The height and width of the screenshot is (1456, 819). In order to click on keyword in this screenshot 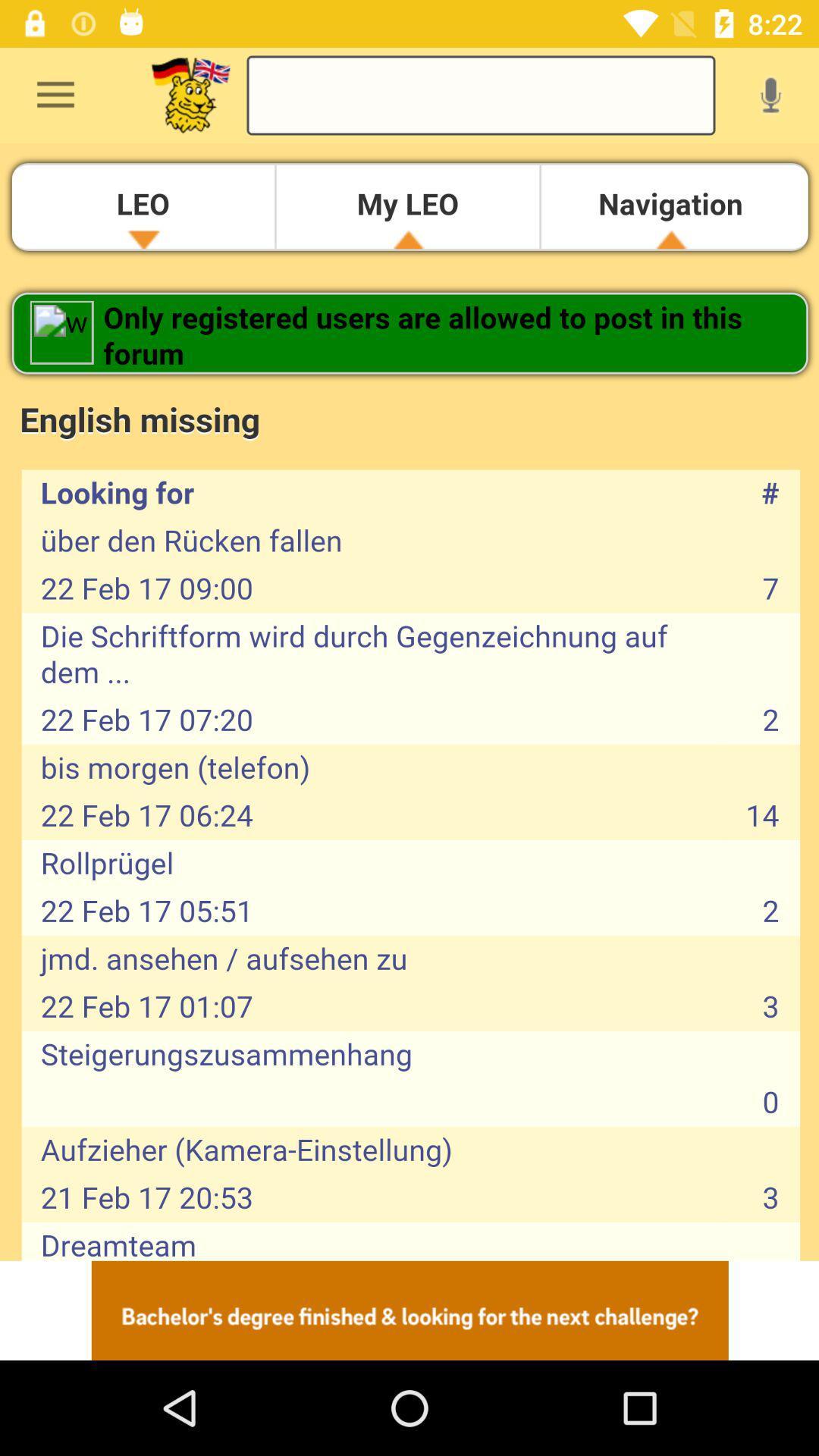, I will do `click(481, 94)`.